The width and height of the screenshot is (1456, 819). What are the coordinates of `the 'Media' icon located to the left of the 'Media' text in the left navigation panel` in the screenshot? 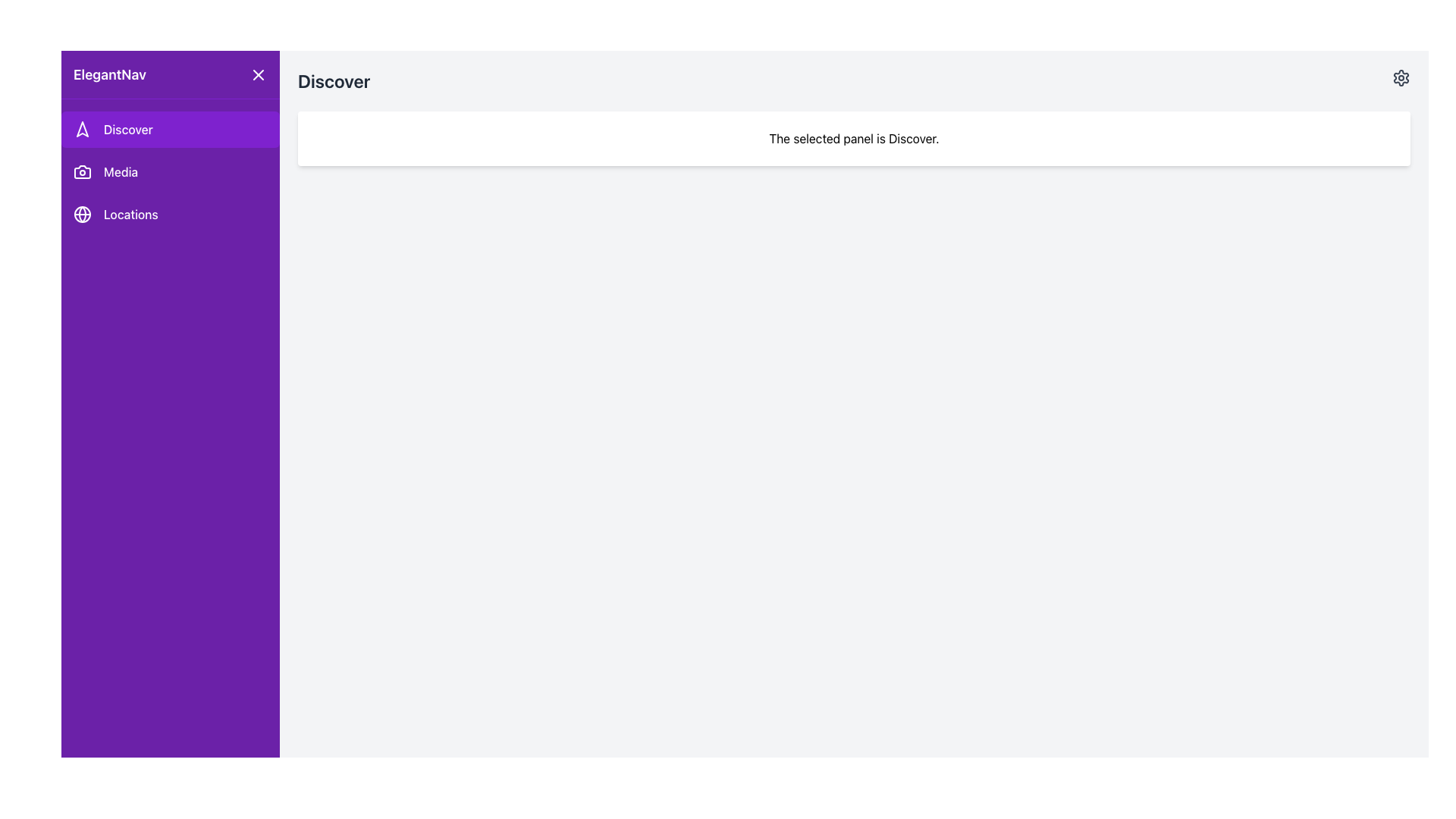 It's located at (82, 171).